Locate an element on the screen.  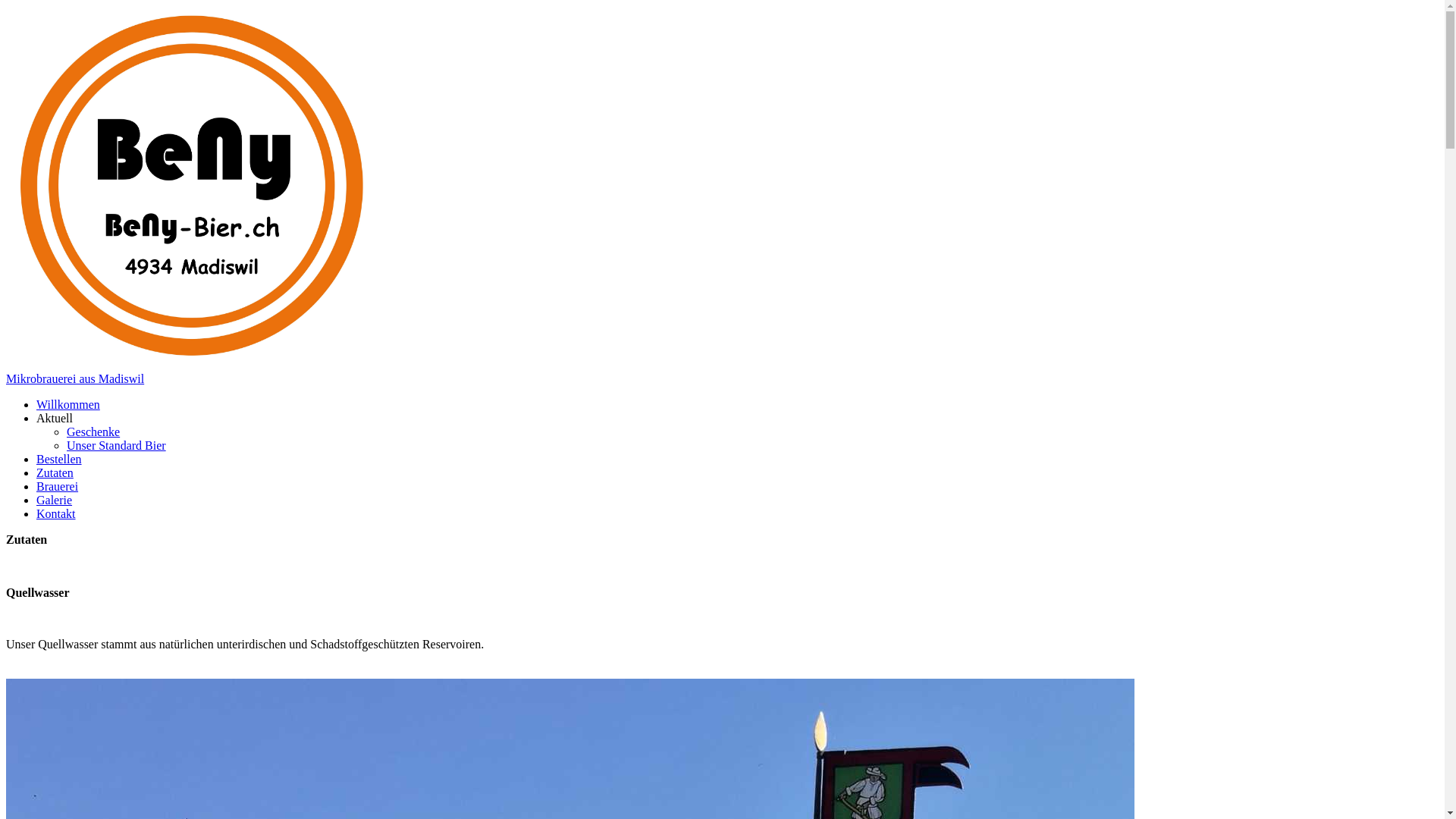
'Geschenke' is located at coordinates (93, 431).